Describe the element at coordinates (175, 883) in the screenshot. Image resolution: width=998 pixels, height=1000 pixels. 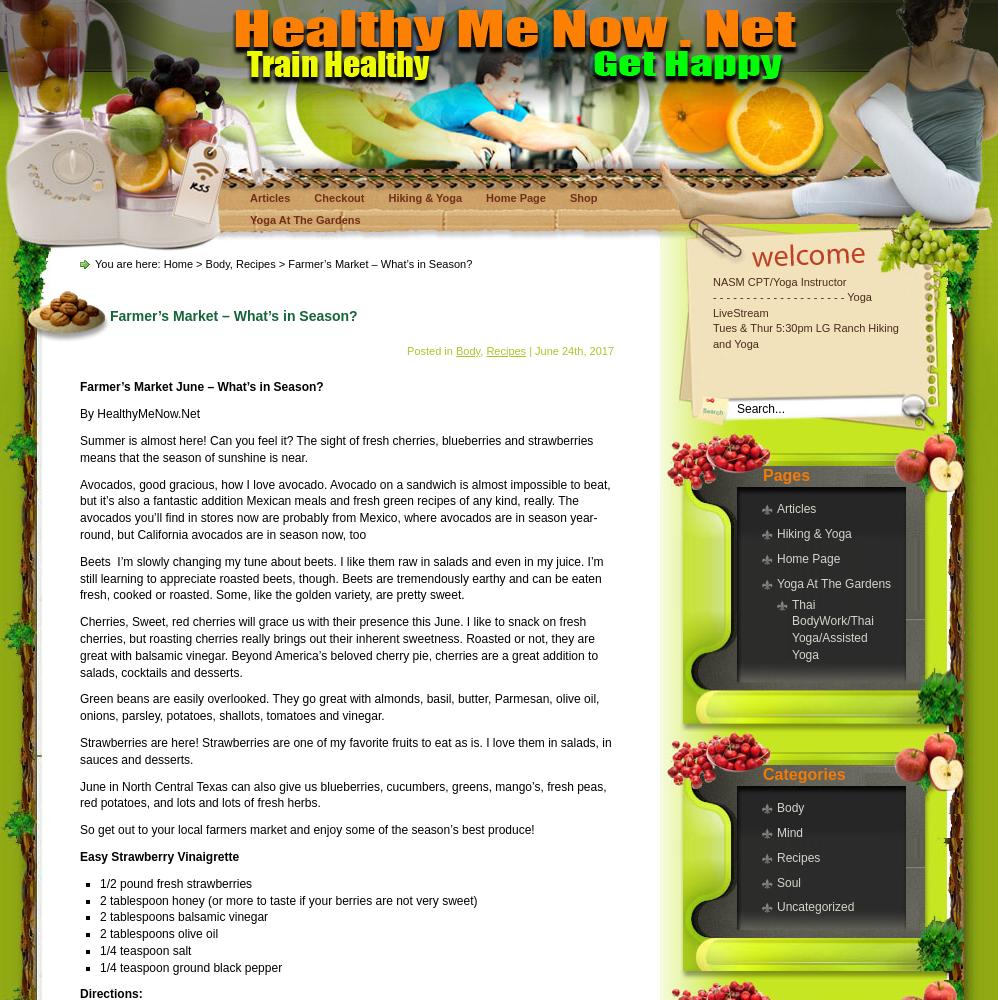
I see `'1/2 pound fresh strawberries'` at that location.